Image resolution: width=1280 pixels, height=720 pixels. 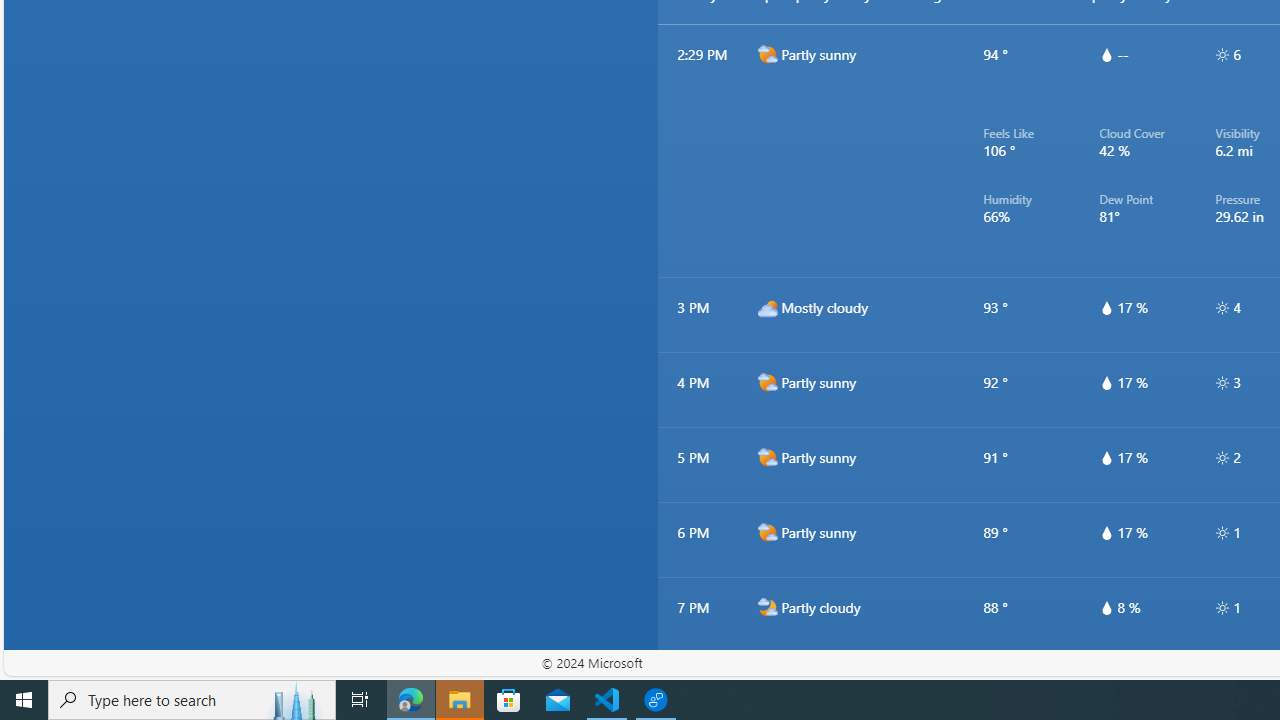 What do you see at coordinates (766, 531) in the screenshot?
I see `'d2000'` at bounding box center [766, 531].